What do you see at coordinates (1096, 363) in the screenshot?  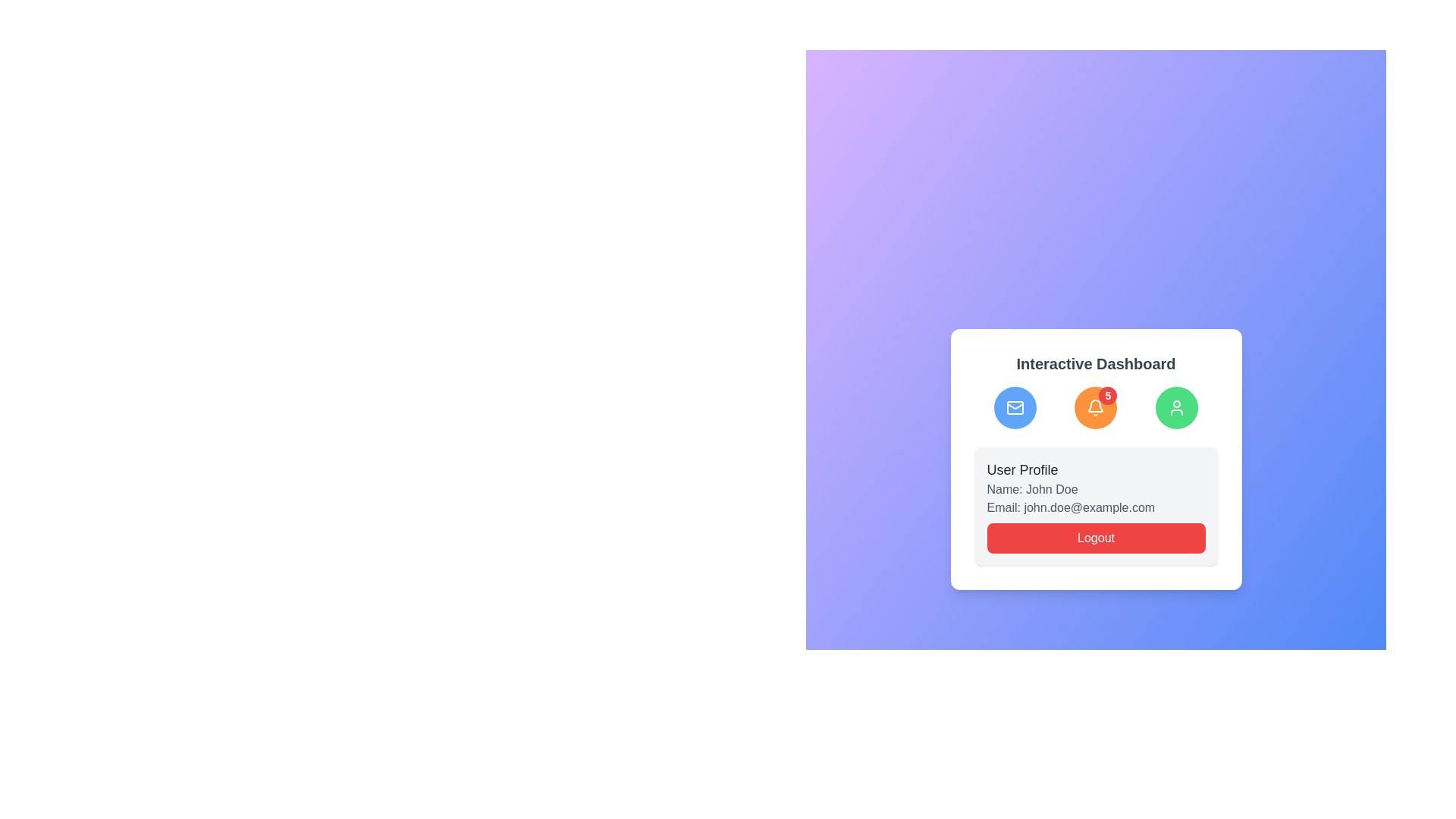 I see `text content of the 'Interactive Dashboard' label, which is a large, bold text in dark gray color, centered at the top of a card-like layout` at bounding box center [1096, 363].